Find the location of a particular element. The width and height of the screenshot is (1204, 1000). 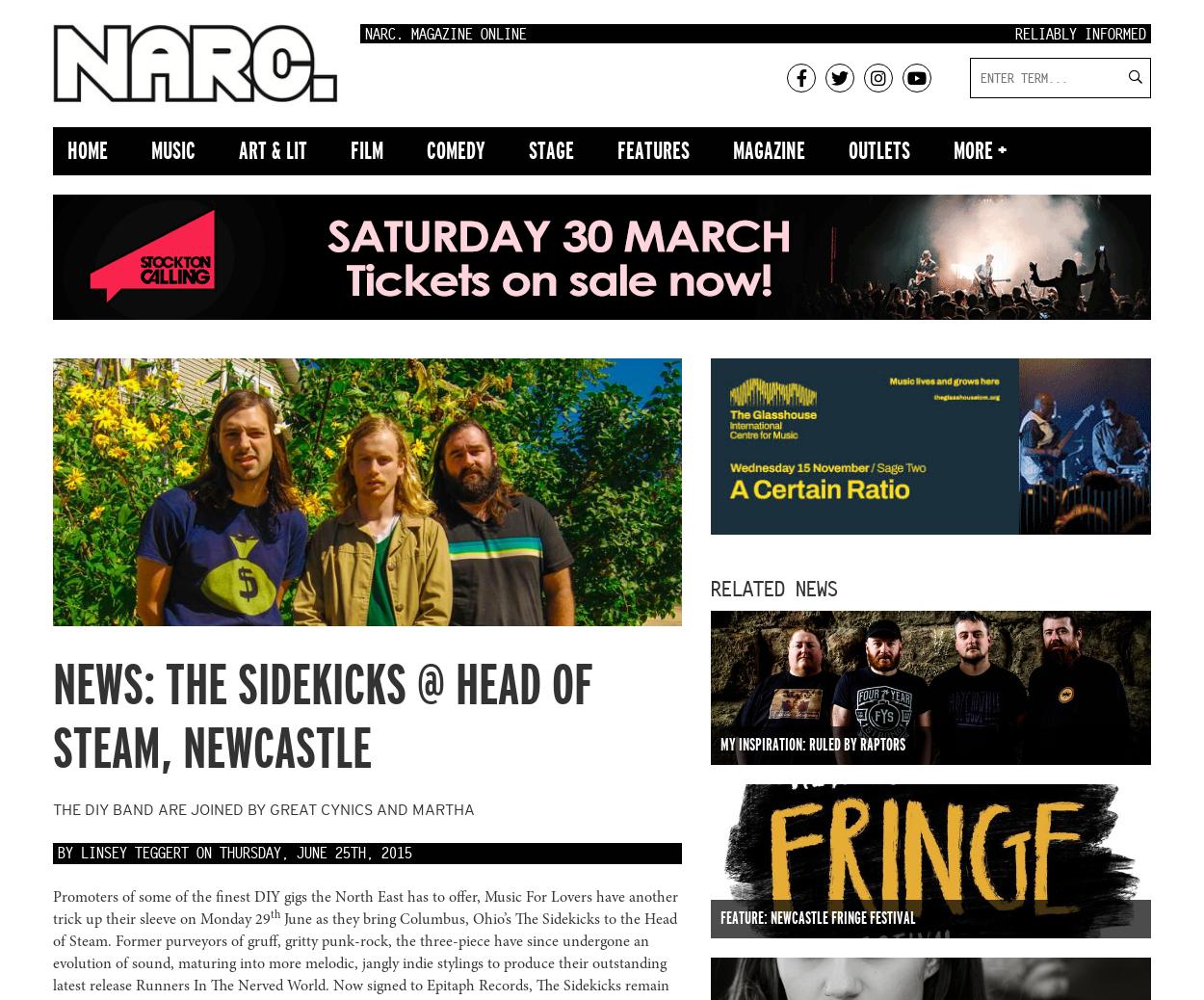

'Art & Lit' is located at coordinates (273, 149).